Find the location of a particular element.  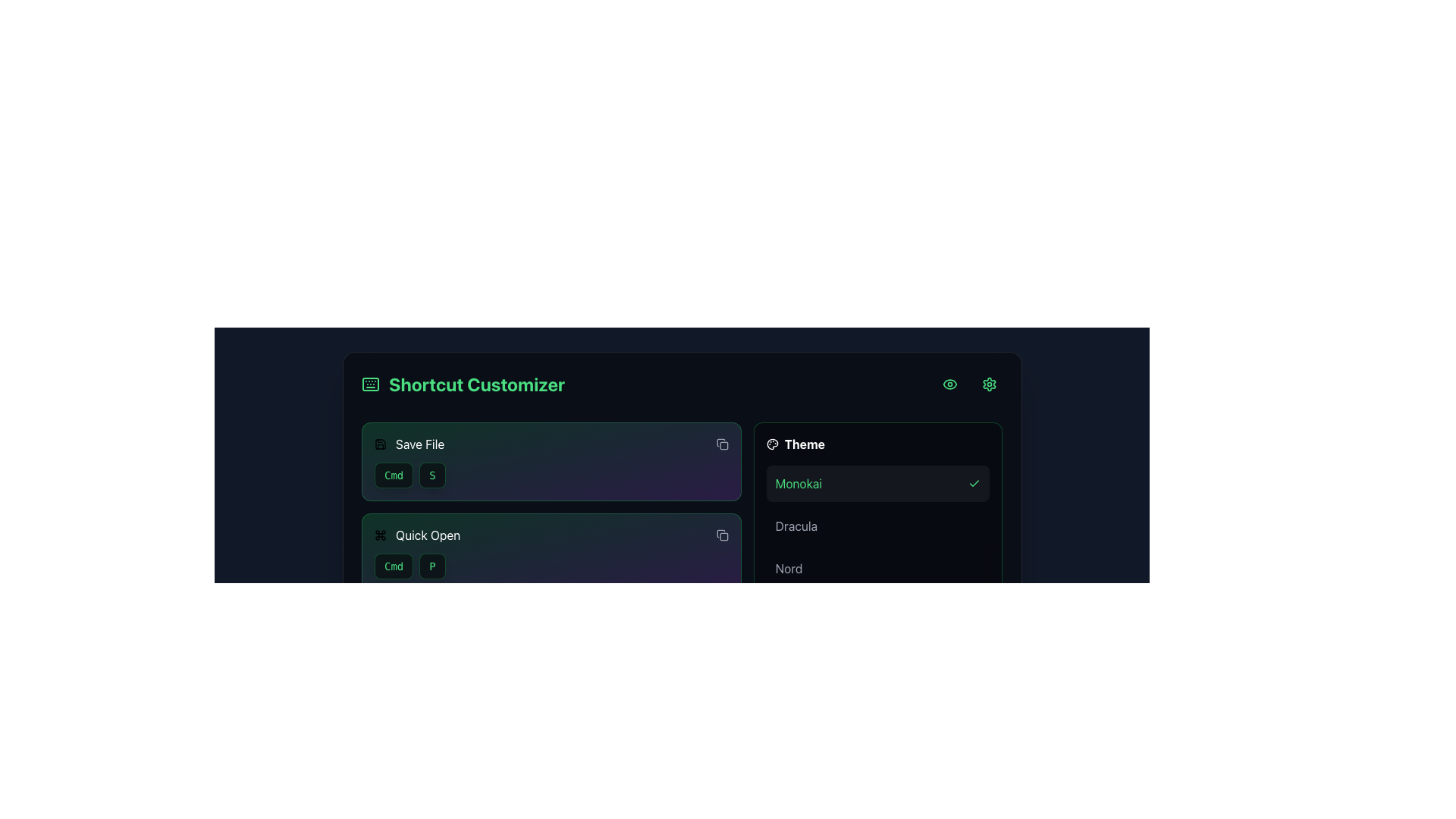

the non-interactive label with a floppy disk icon and the text 'Save File', positioned under the 'Shortcut Customizer' header, and above the 'Quick Open' entry is located at coordinates (409, 444).